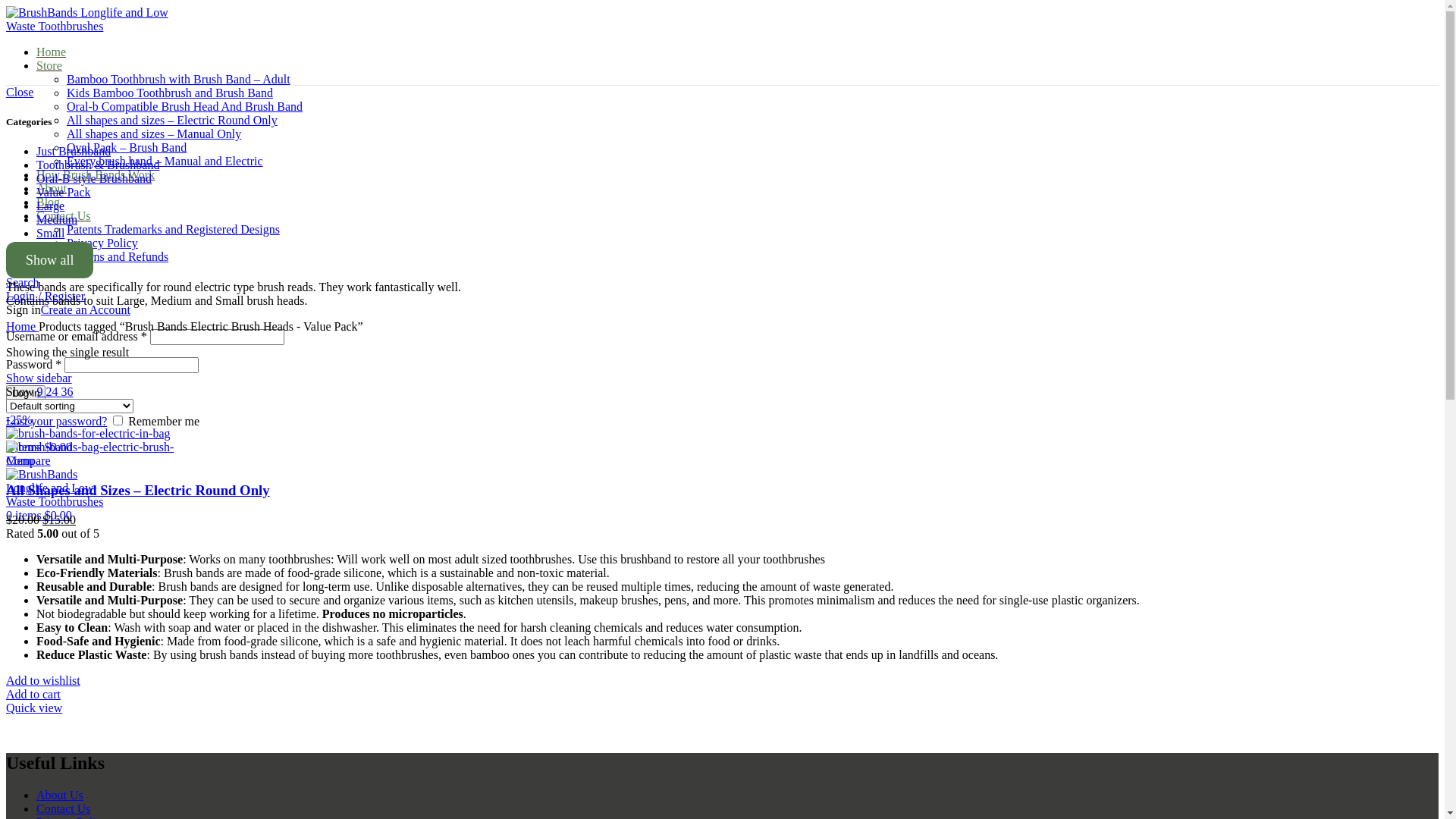 Image resolution: width=1456 pixels, height=819 pixels. I want to click on 'Small', so click(50, 233).